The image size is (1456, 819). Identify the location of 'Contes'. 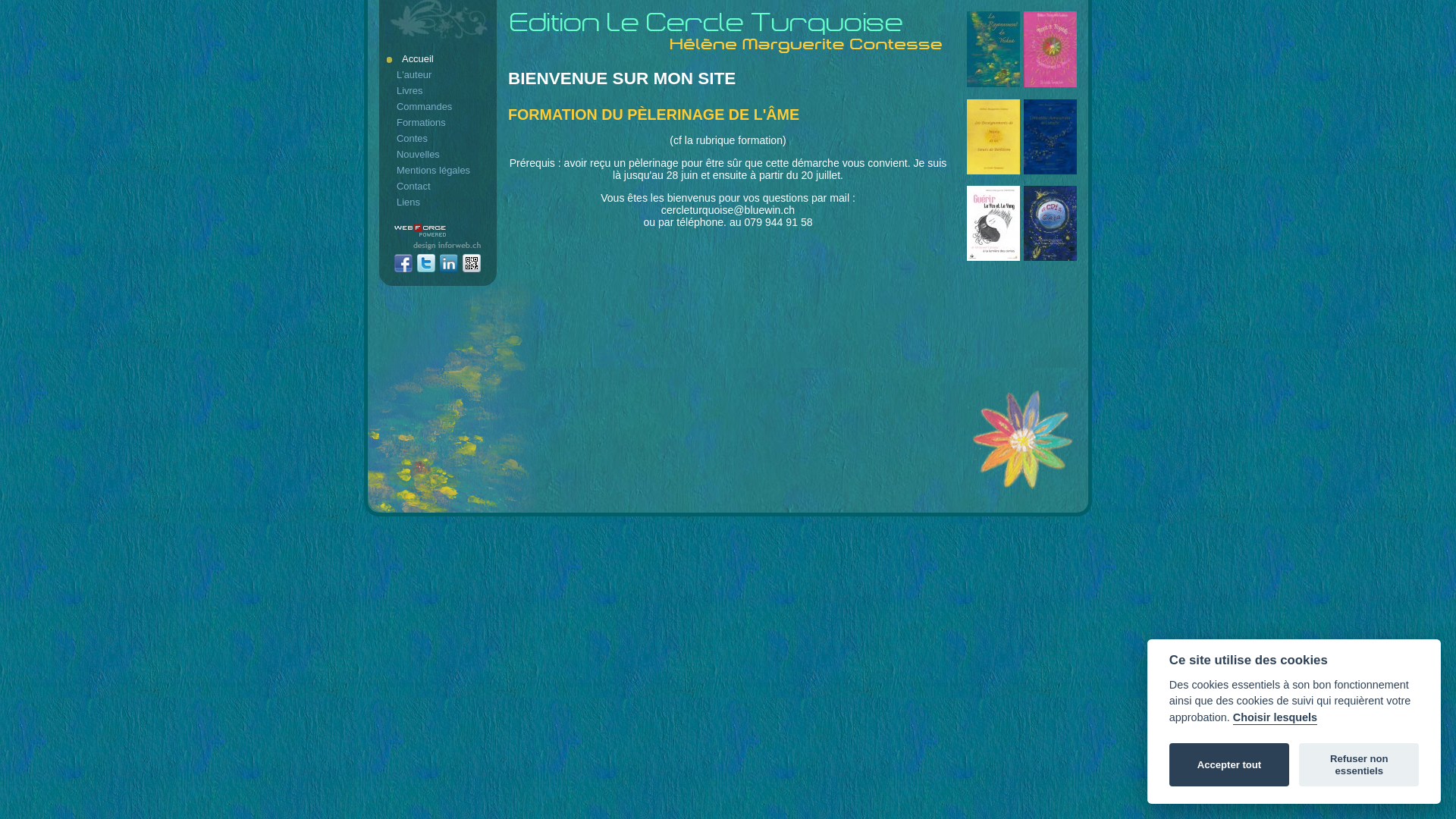
(385, 138).